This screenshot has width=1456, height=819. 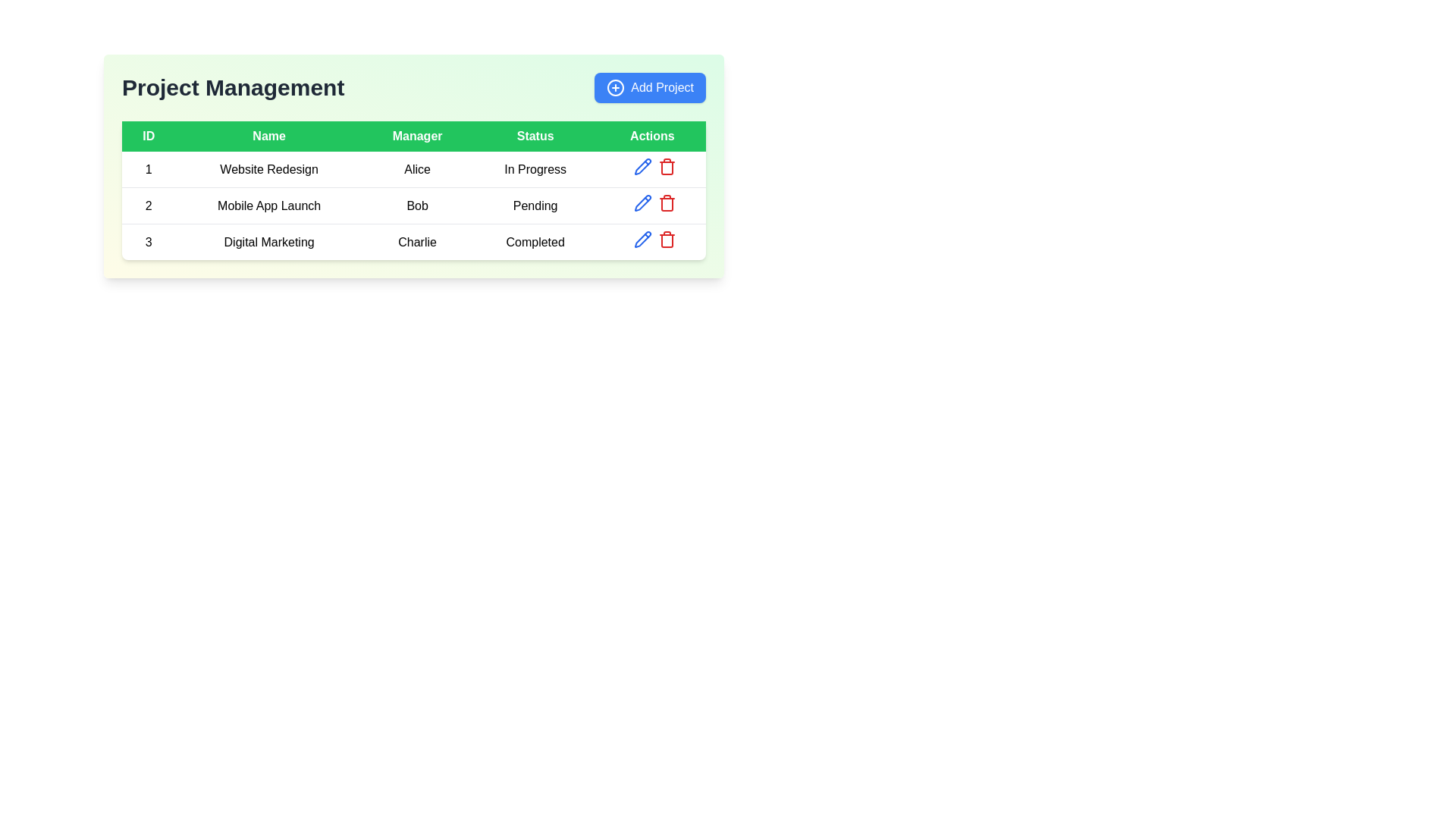 What do you see at coordinates (616, 87) in the screenshot?
I see `circle element that is styled with a stroke and no fill, part of the 'Add Project' button with a rounded blue background, located in the top-right segment of the interface` at bounding box center [616, 87].